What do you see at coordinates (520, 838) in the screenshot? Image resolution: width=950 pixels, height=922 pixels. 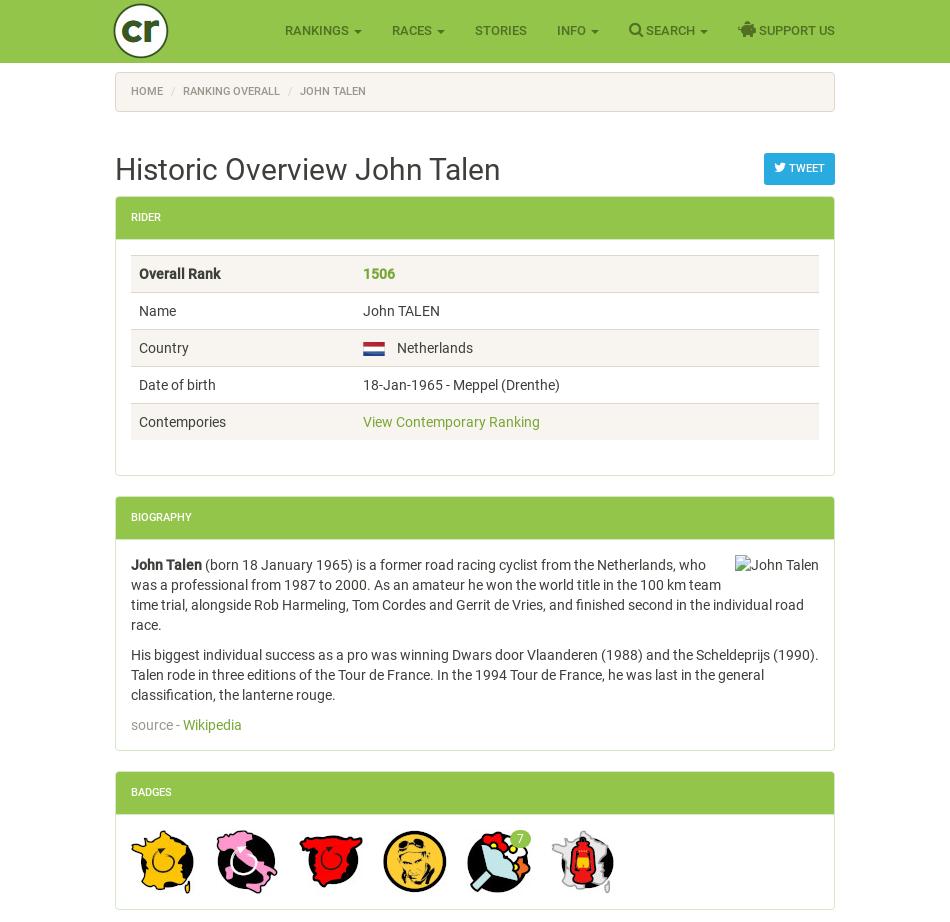 I see `'7'` at bounding box center [520, 838].